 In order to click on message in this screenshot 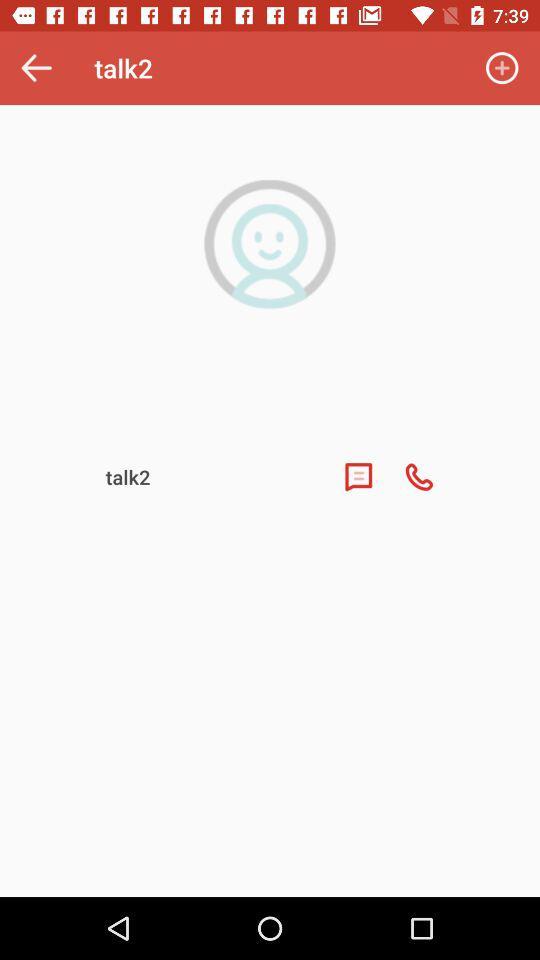, I will do `click(357, 477)`.